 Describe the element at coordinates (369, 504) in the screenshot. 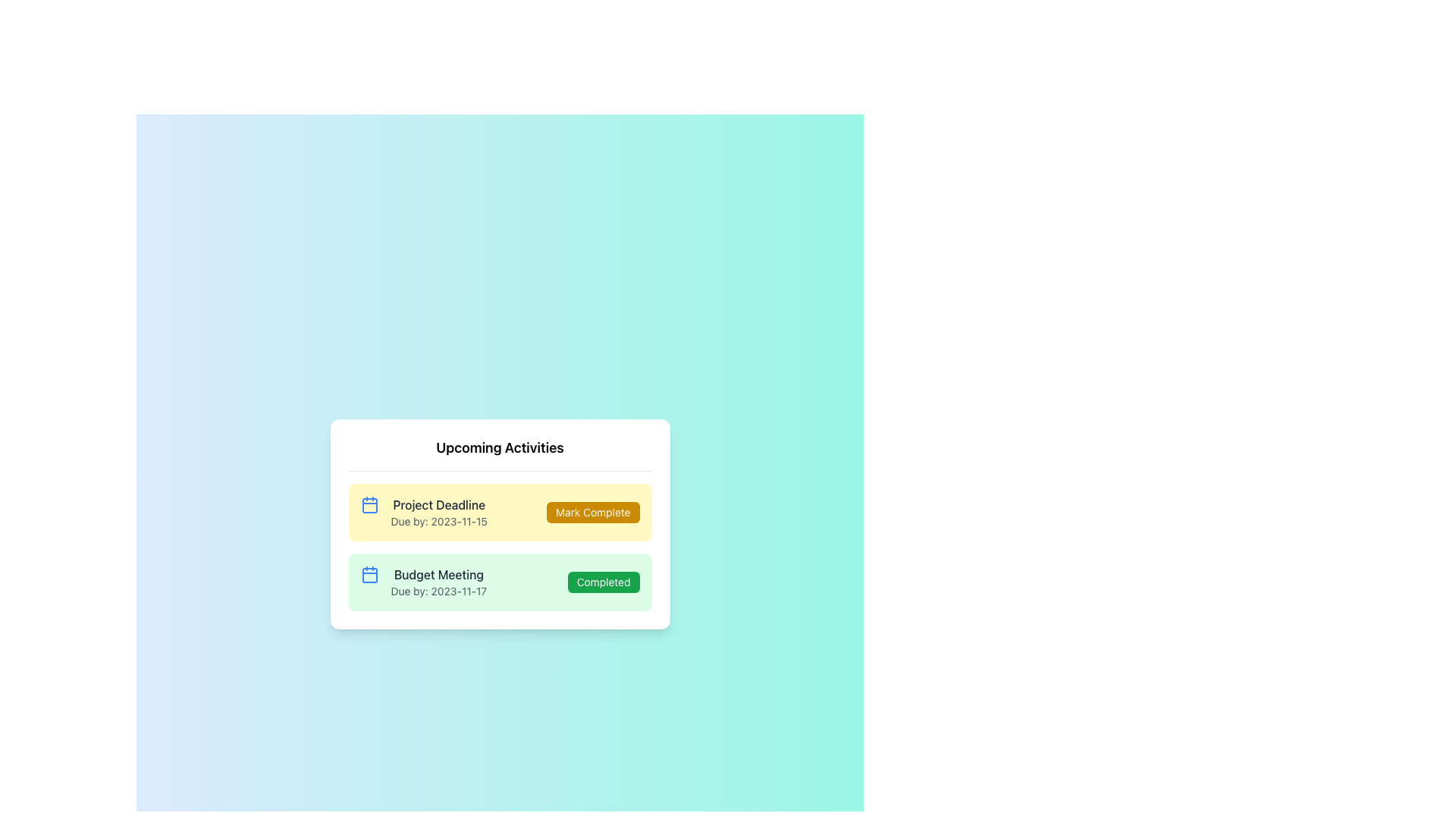

I see `the calendar icon located in the 'Upcoming Activities' section, which is positioned to the left of the text 'Project Deadline'` at that location.